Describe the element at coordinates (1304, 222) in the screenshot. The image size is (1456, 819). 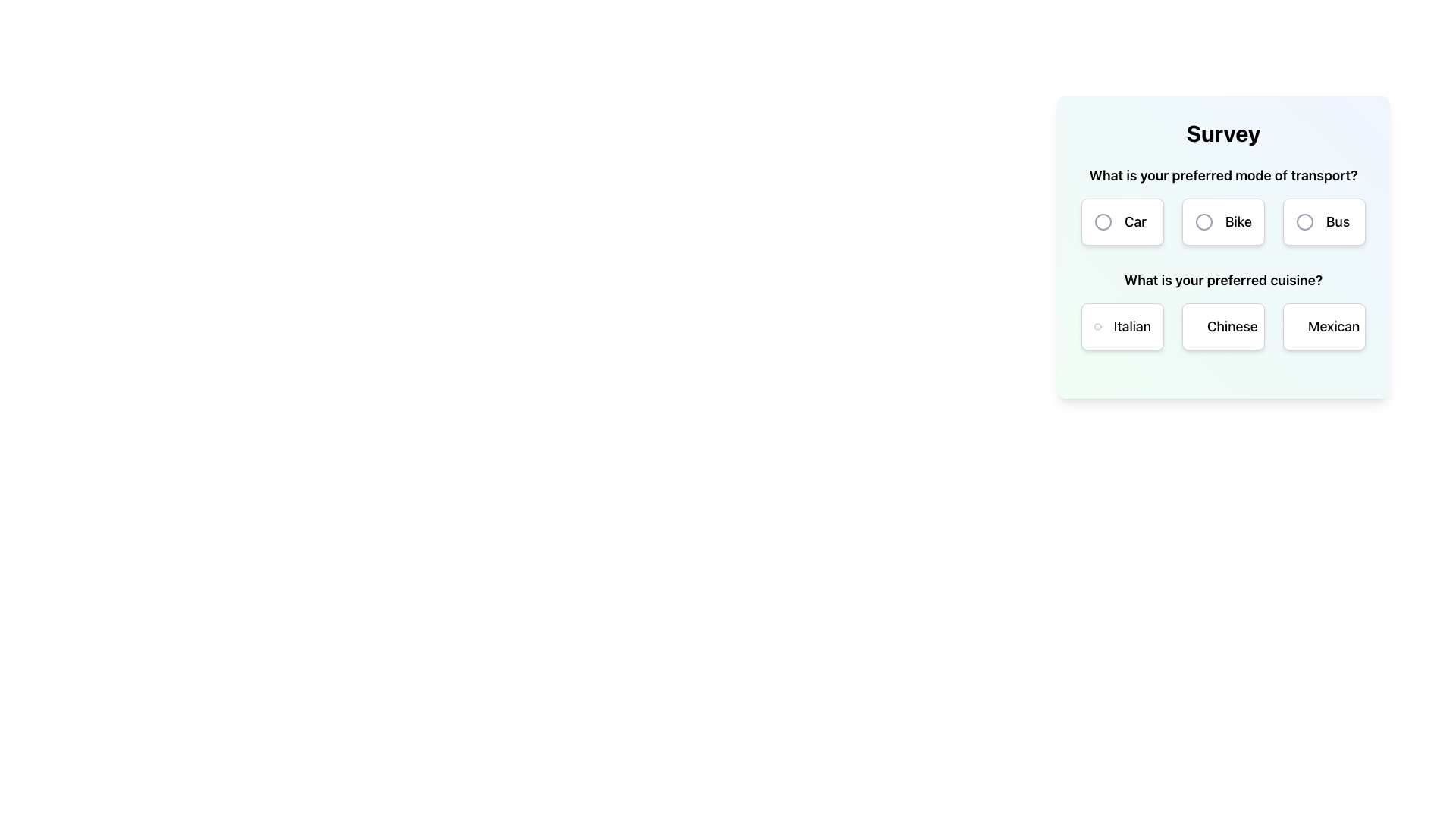
I see `the radio button for 'Bus'` at that location.